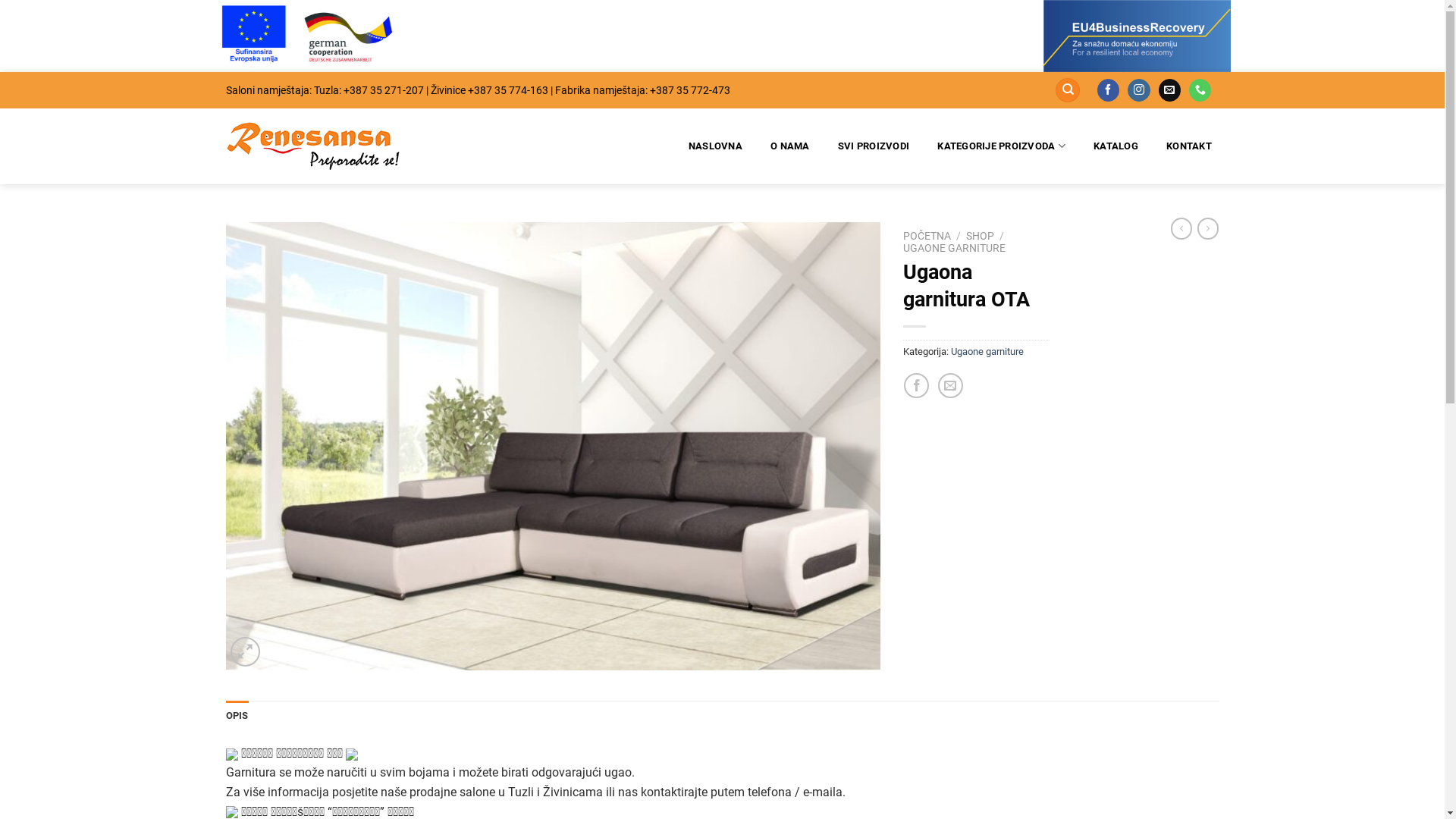 The image size is (1456, 819). I want to click on 'Follow on Instagram', so click(1128, 90).